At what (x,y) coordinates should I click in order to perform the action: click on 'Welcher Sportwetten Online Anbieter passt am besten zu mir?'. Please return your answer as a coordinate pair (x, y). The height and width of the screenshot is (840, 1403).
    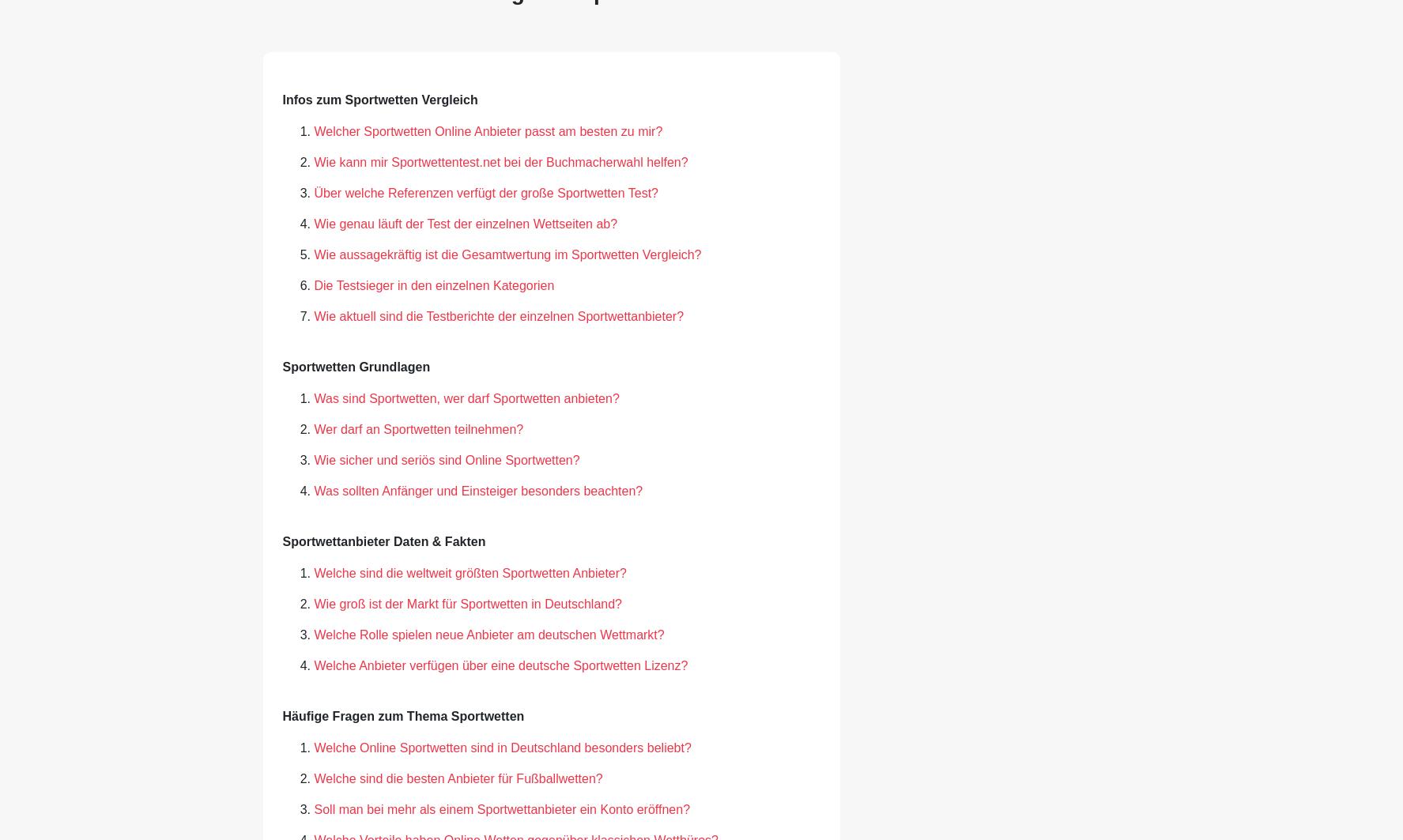
    Looking at the image, I should click on (488, 130).